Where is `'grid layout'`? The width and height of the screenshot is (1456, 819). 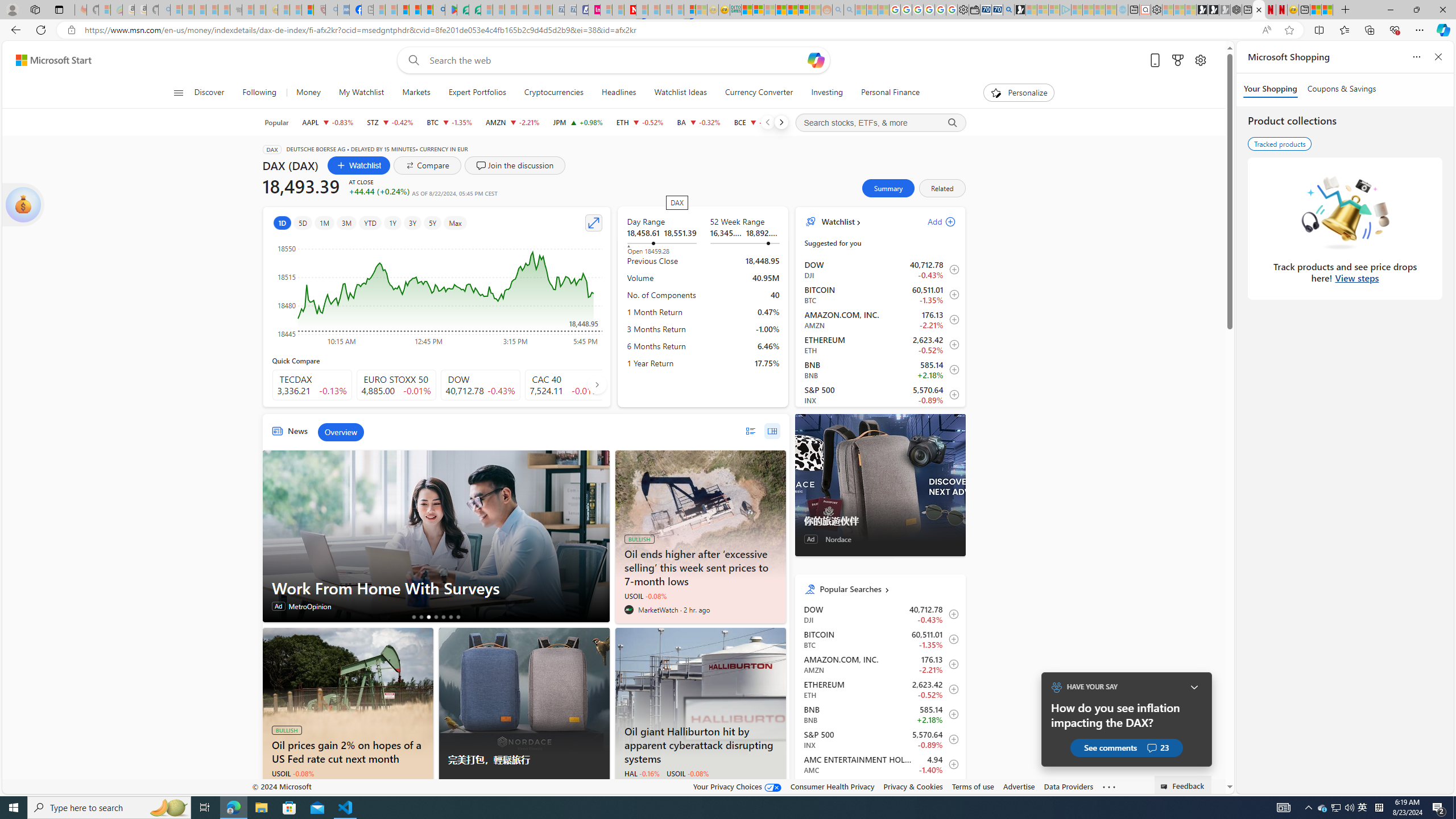 'grid layout' is located at coordinates (772, 431).